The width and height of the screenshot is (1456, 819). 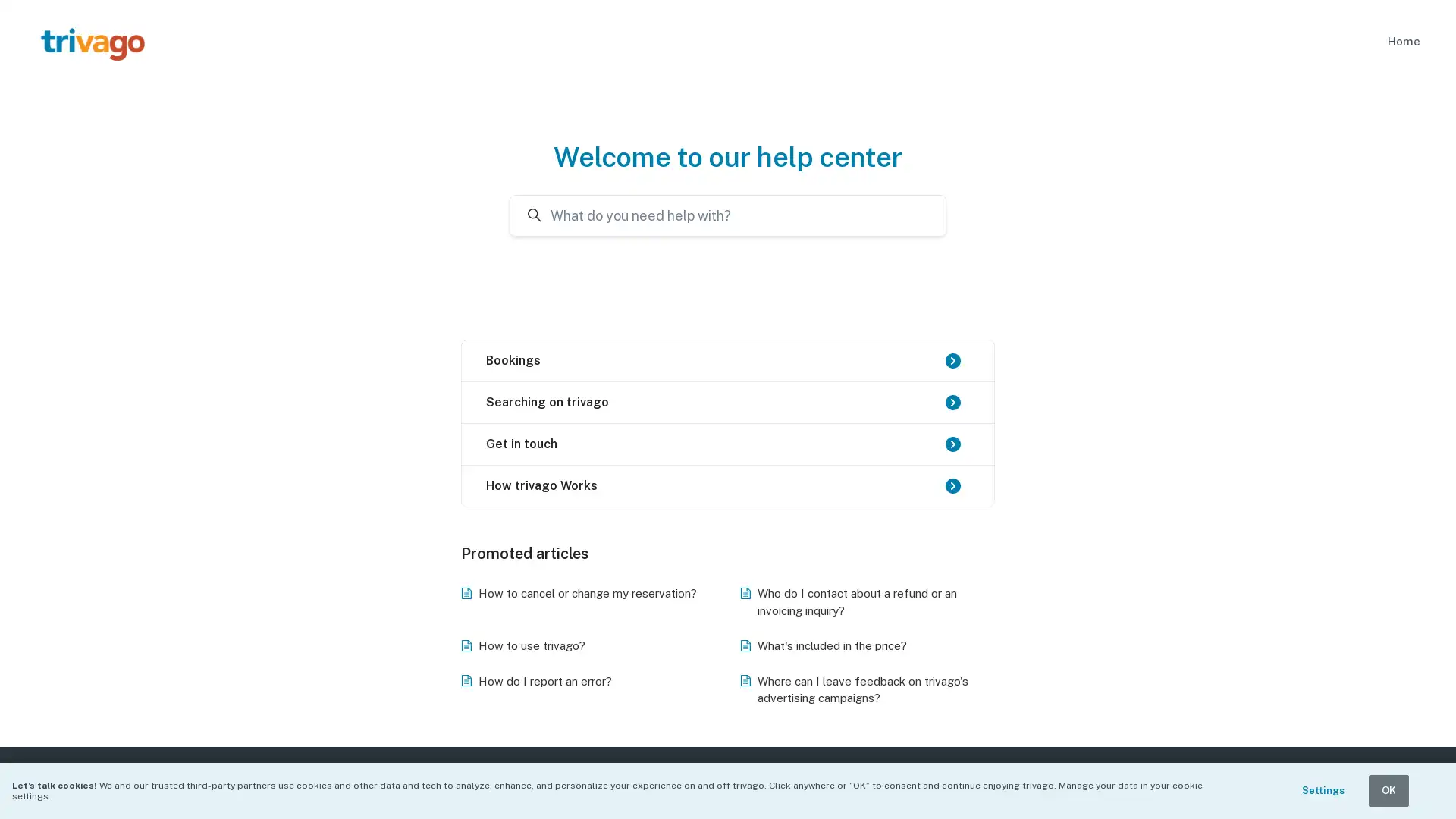 I want to click on Settings, so click(x=1321, y=789).